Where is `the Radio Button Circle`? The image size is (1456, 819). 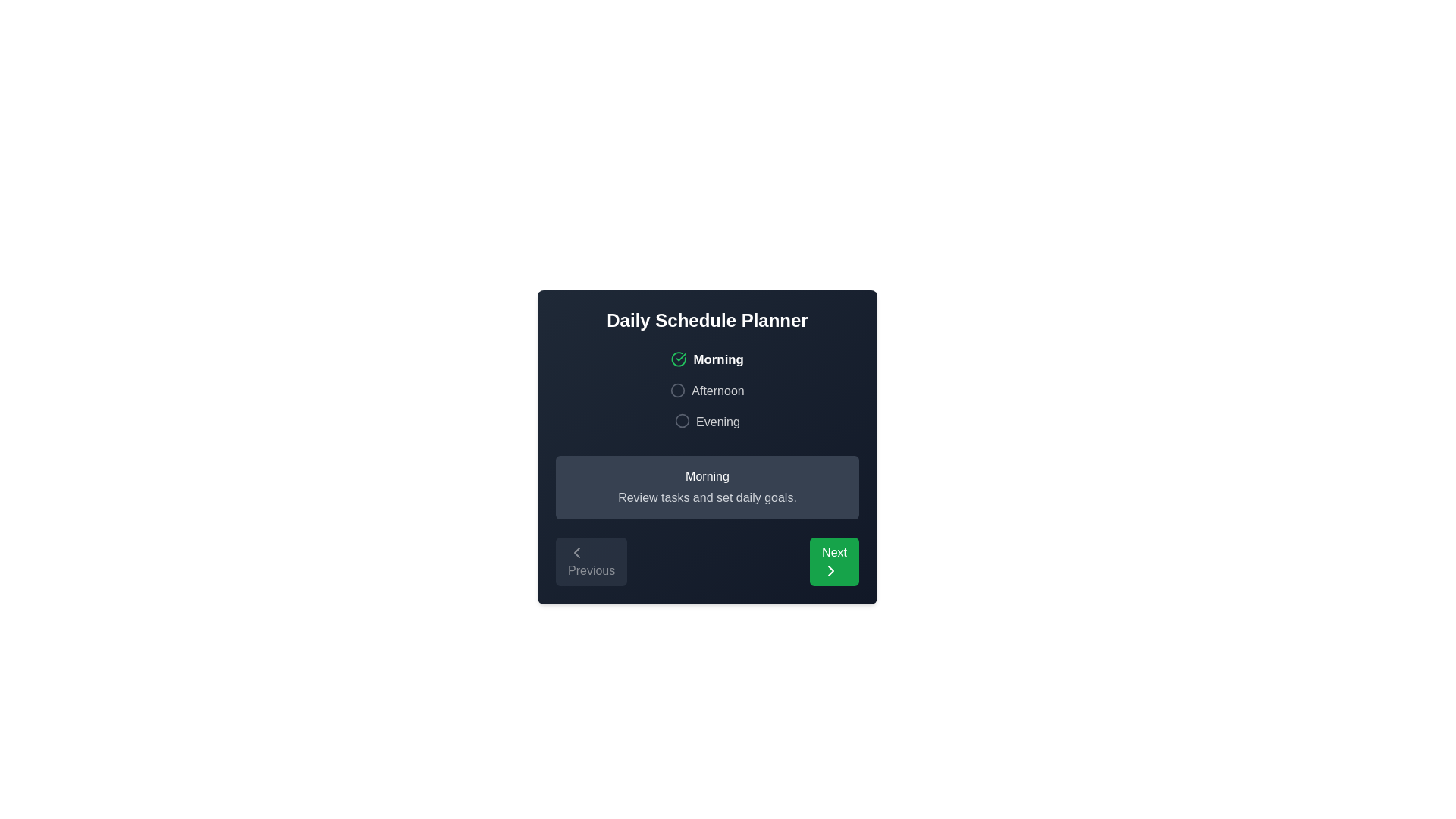
the Radio Button Circle is located at coordinates (677, 389).